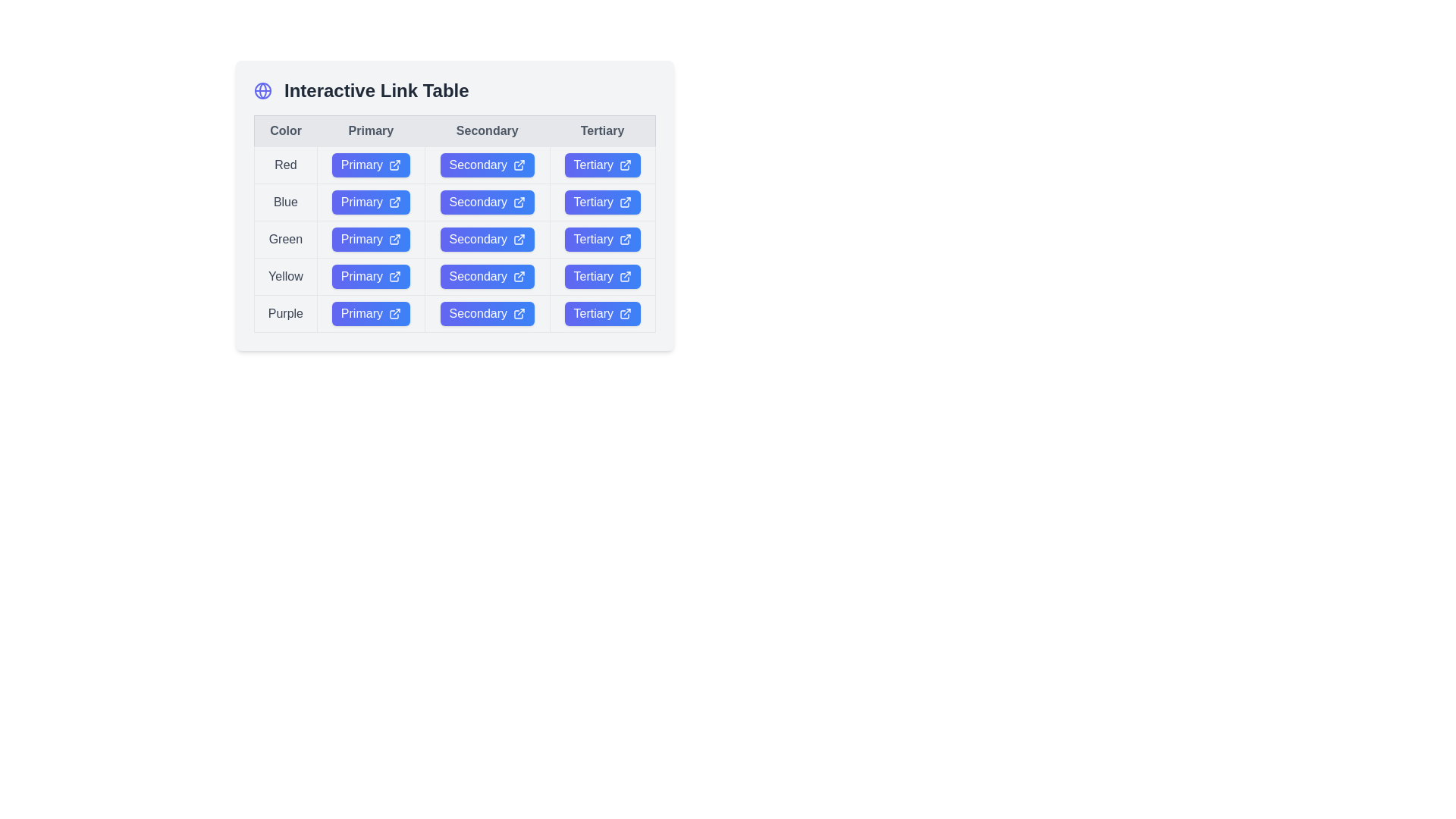 The height and width of the screenshot is (819, 1456). Describe the element at coordinates (454, 165) in the screenshot. I see `the clickable button labeled 'Secondary' in the 'Red' row of the interactive table` at that location.